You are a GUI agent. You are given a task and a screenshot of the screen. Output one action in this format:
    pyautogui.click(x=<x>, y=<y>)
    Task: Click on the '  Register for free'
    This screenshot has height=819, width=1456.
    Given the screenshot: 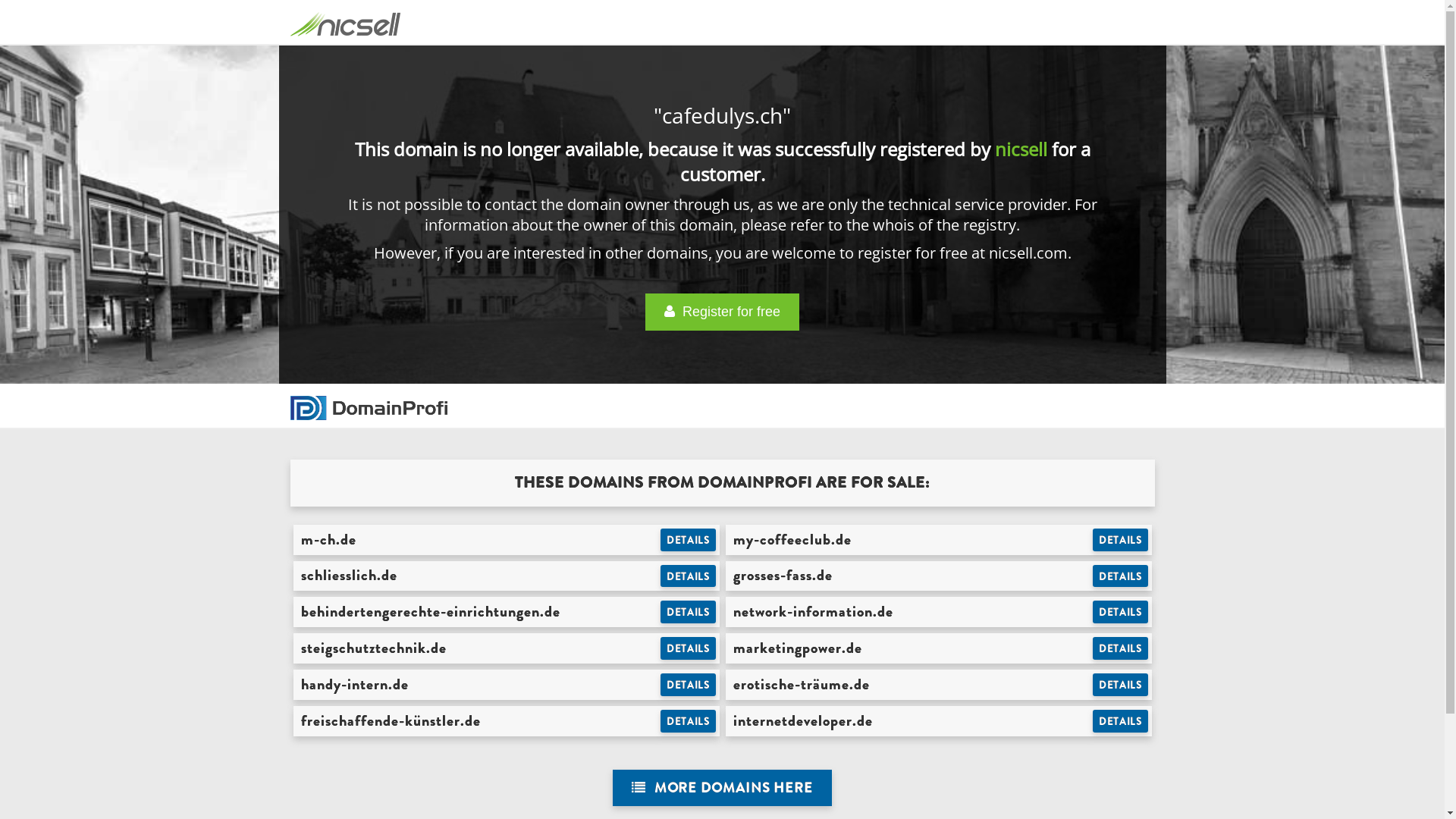 What is the action you would take?
    pyautogui.click(x=721, y=311)
    